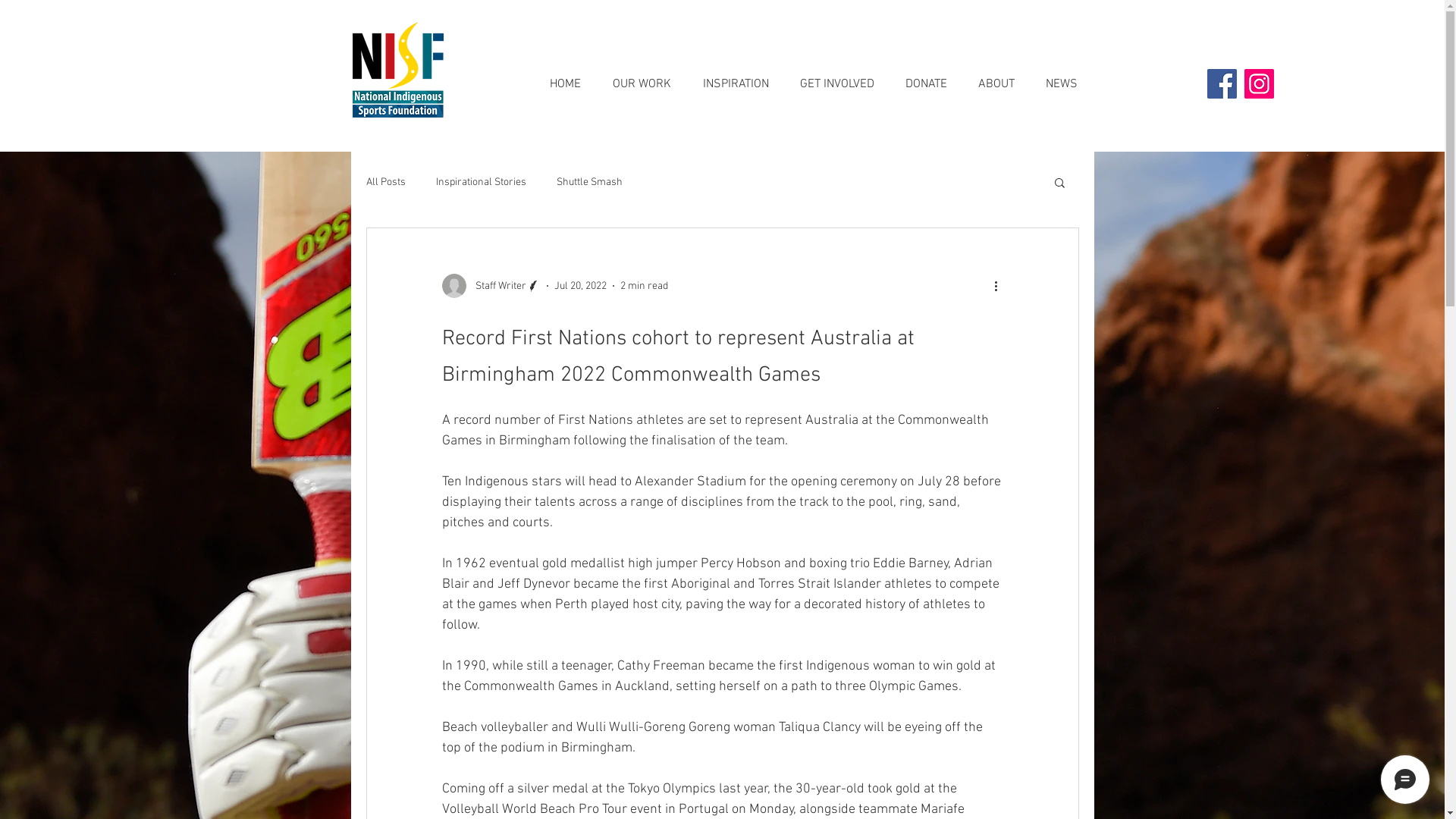 This screenshot has height=819, width=1456. I want to click on 'Staff Writer', so click(491, 286).